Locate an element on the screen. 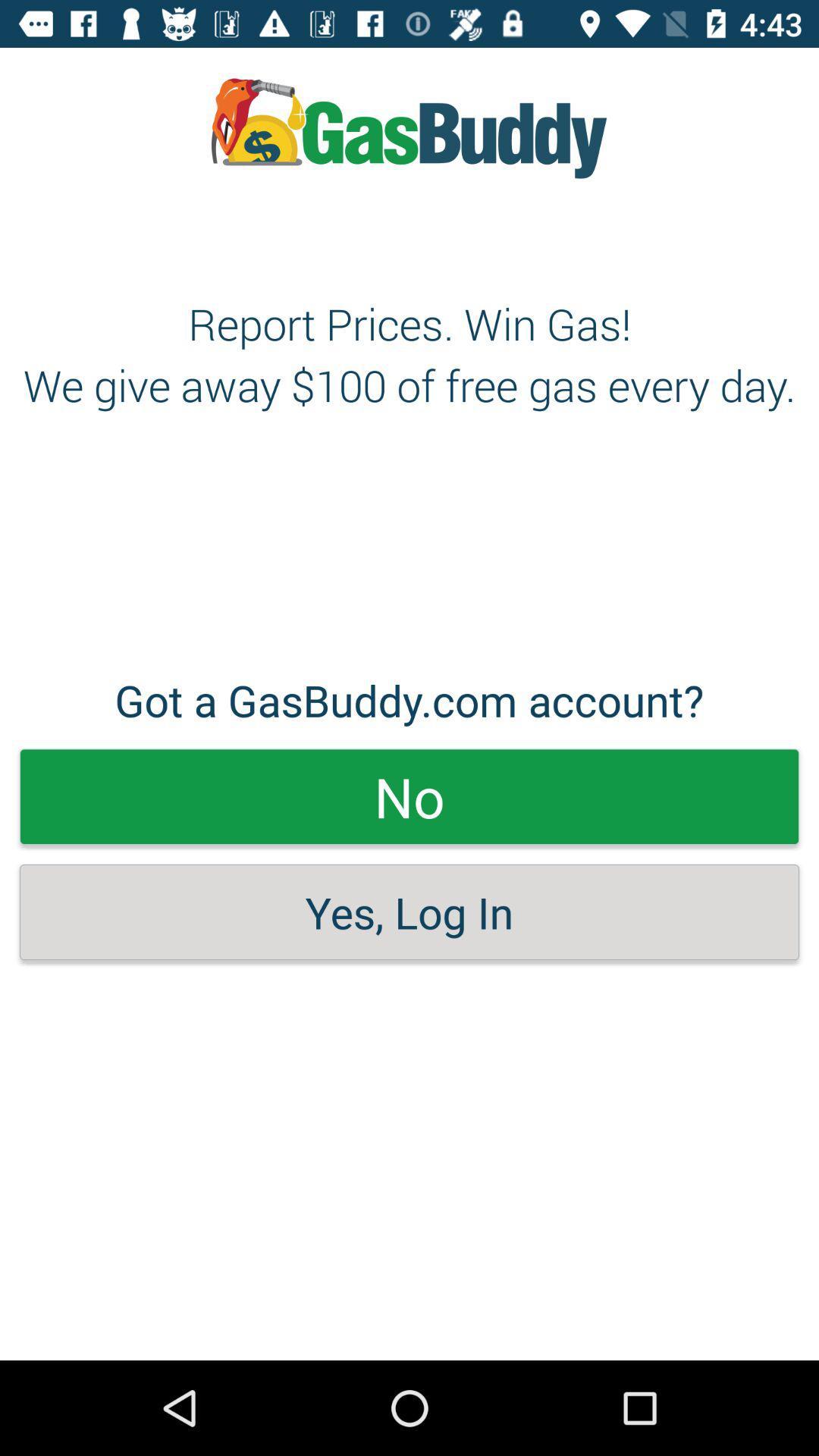 The height and width of the screenshot is (1456, 819). yes, log in item is located at coordinates (409, 912).